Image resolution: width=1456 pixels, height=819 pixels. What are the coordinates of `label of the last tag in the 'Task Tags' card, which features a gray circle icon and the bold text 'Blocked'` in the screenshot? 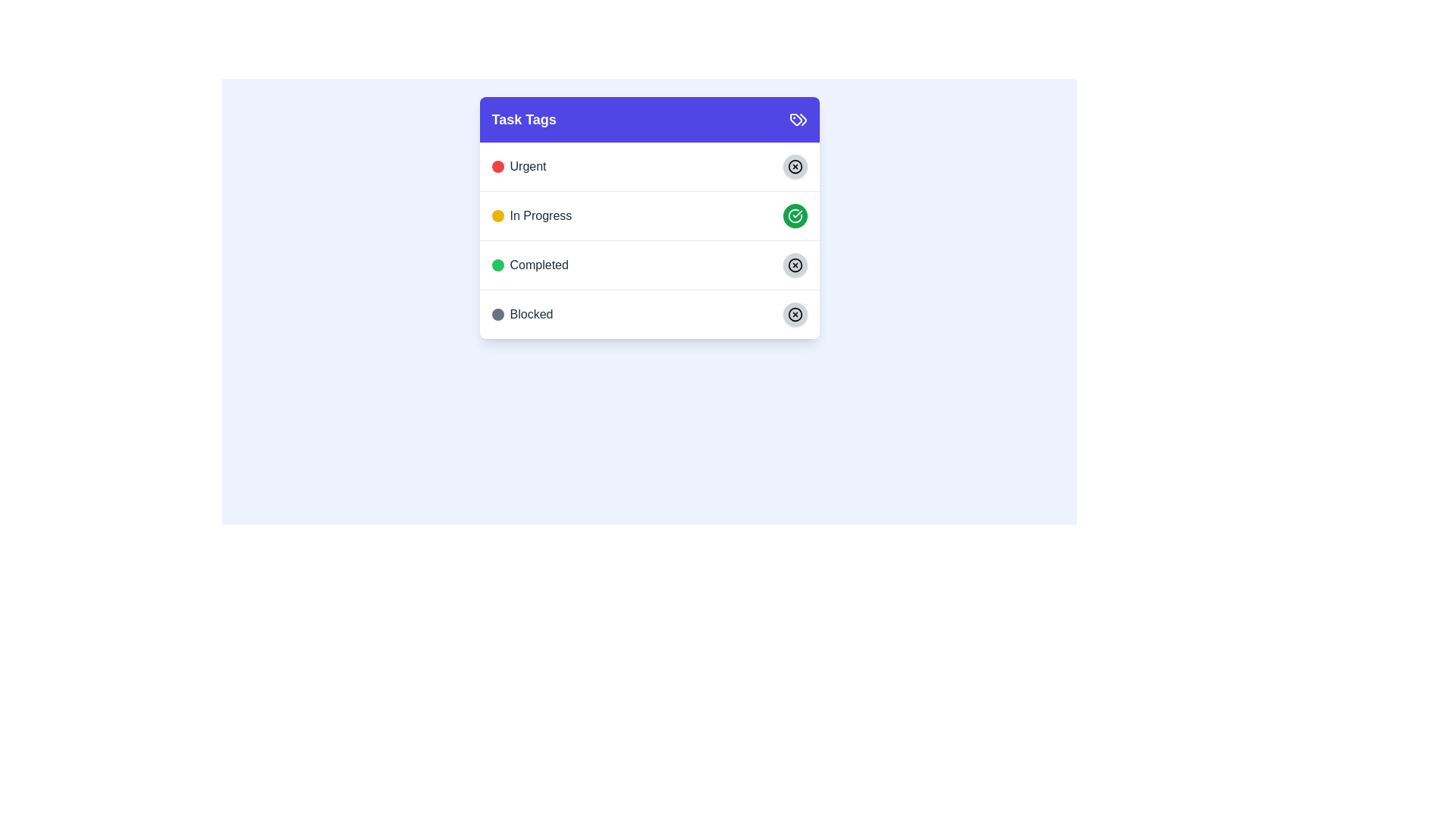 It's located at (522, 314).